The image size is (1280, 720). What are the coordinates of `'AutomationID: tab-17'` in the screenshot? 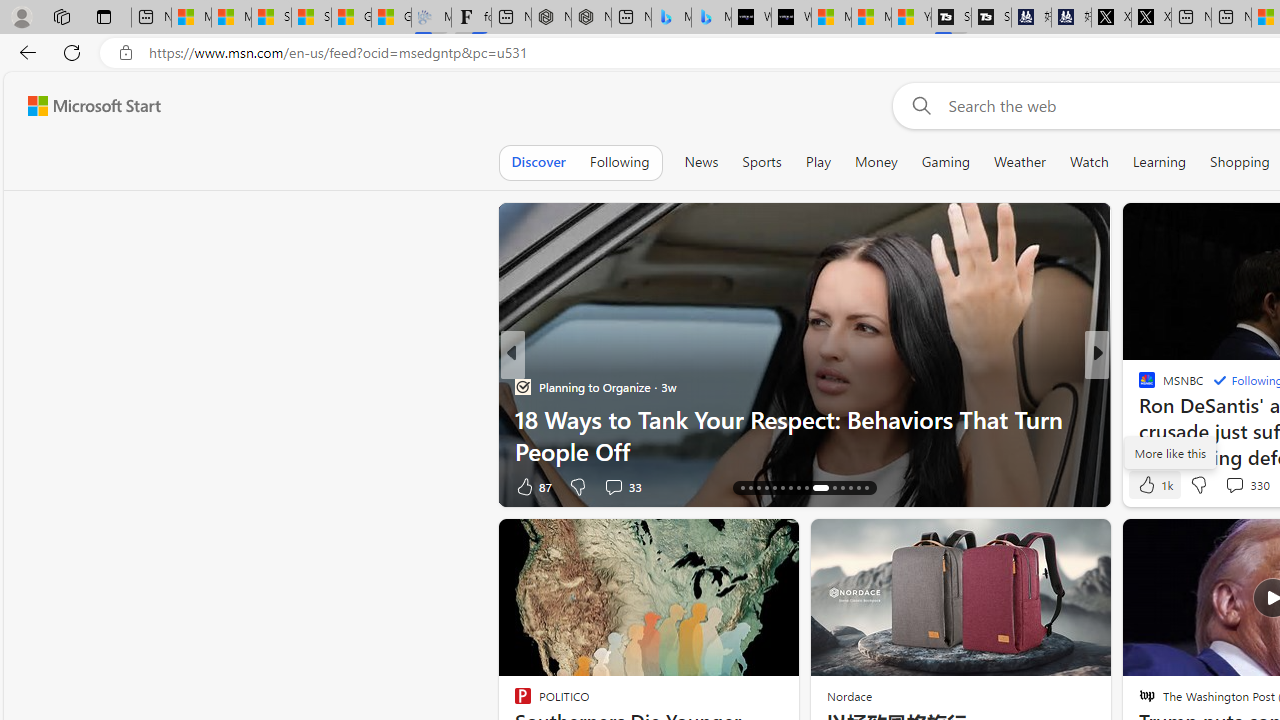 It's located at (749, 488).